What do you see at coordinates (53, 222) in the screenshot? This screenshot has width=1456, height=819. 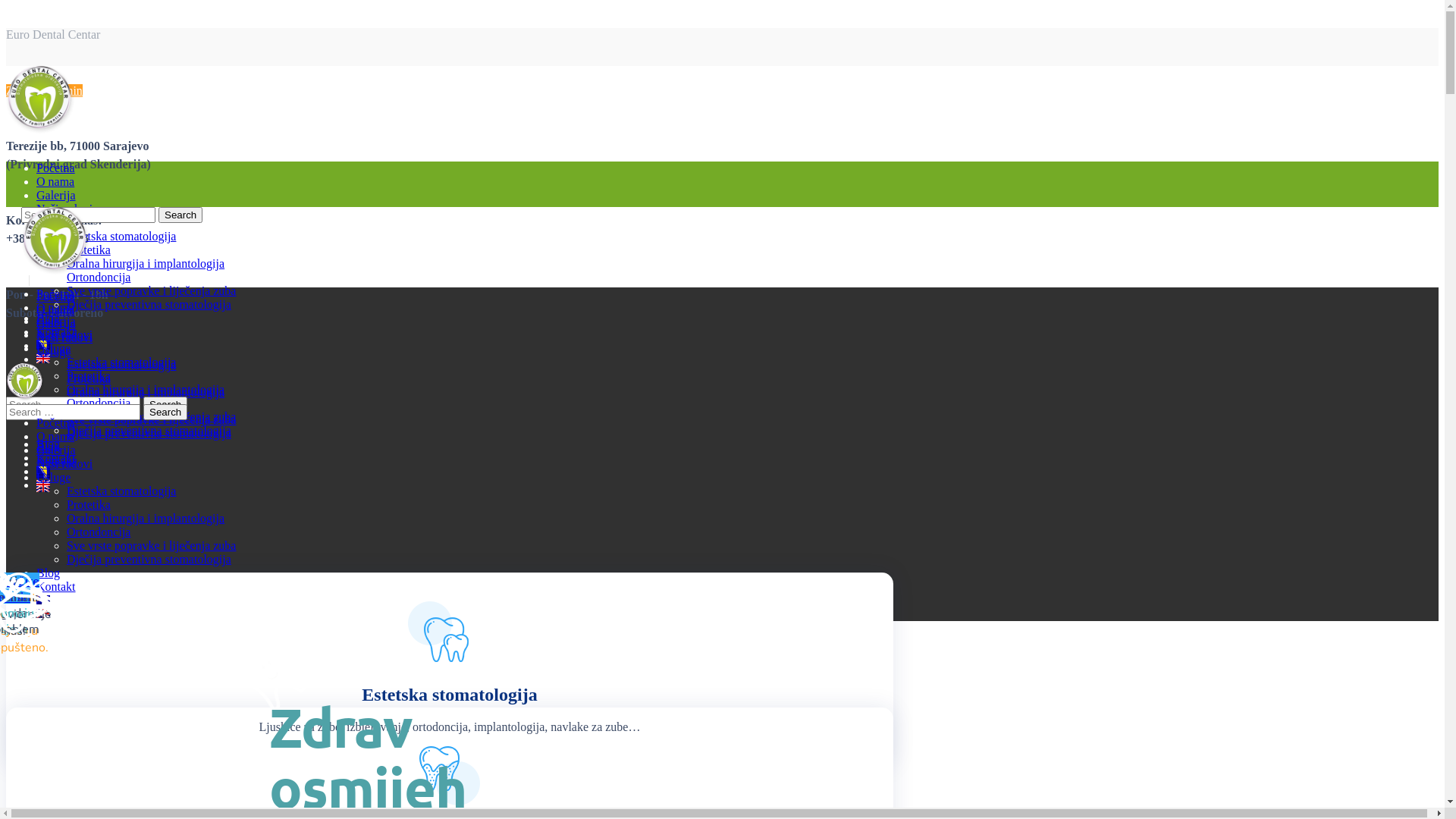 I see `'Usluge'` at bounding box center [53, 222].